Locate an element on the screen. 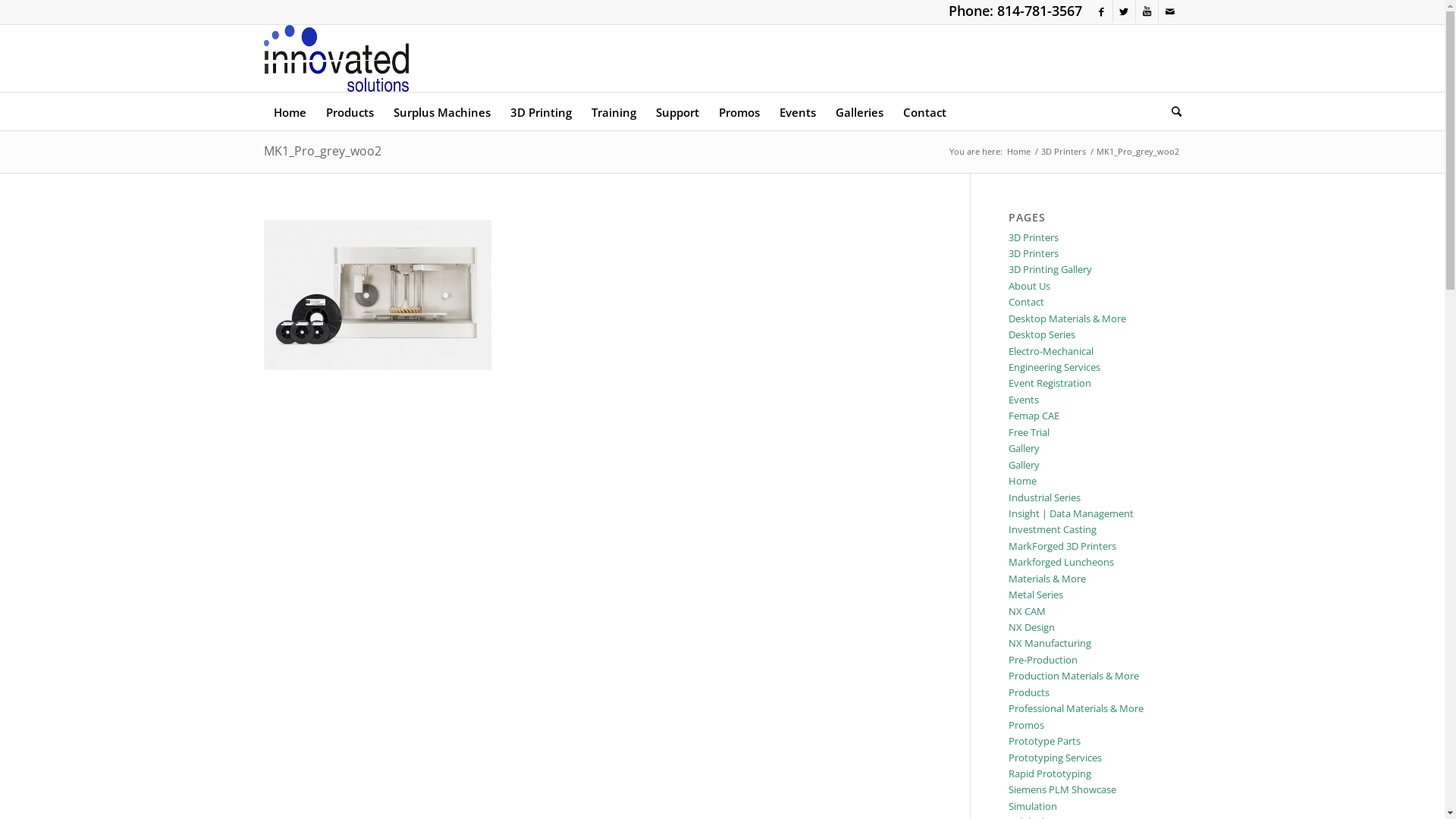  'NX CAM' is located at coordinates (1027, 610).